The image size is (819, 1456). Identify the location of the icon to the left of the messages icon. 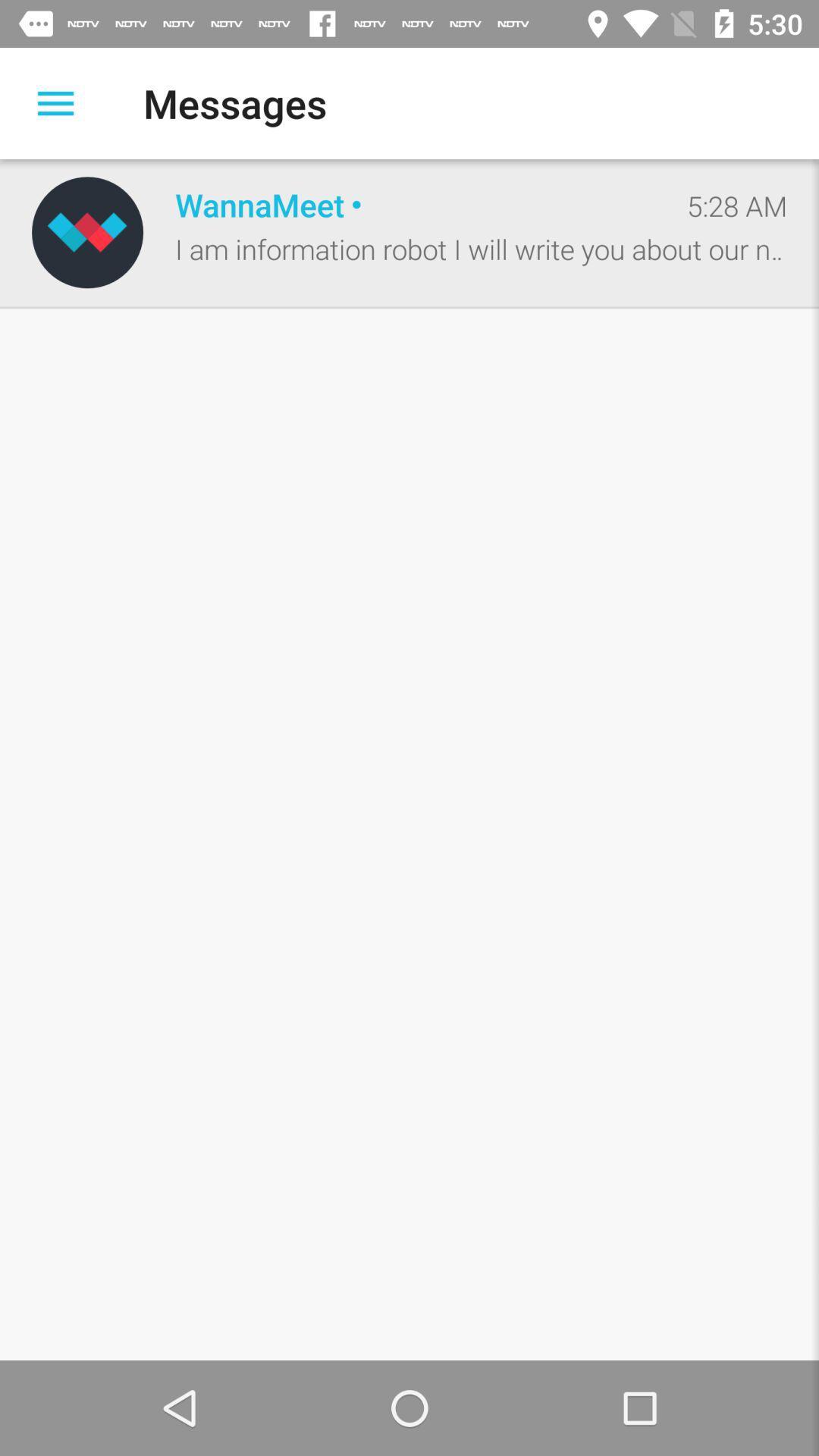
(55, 102).